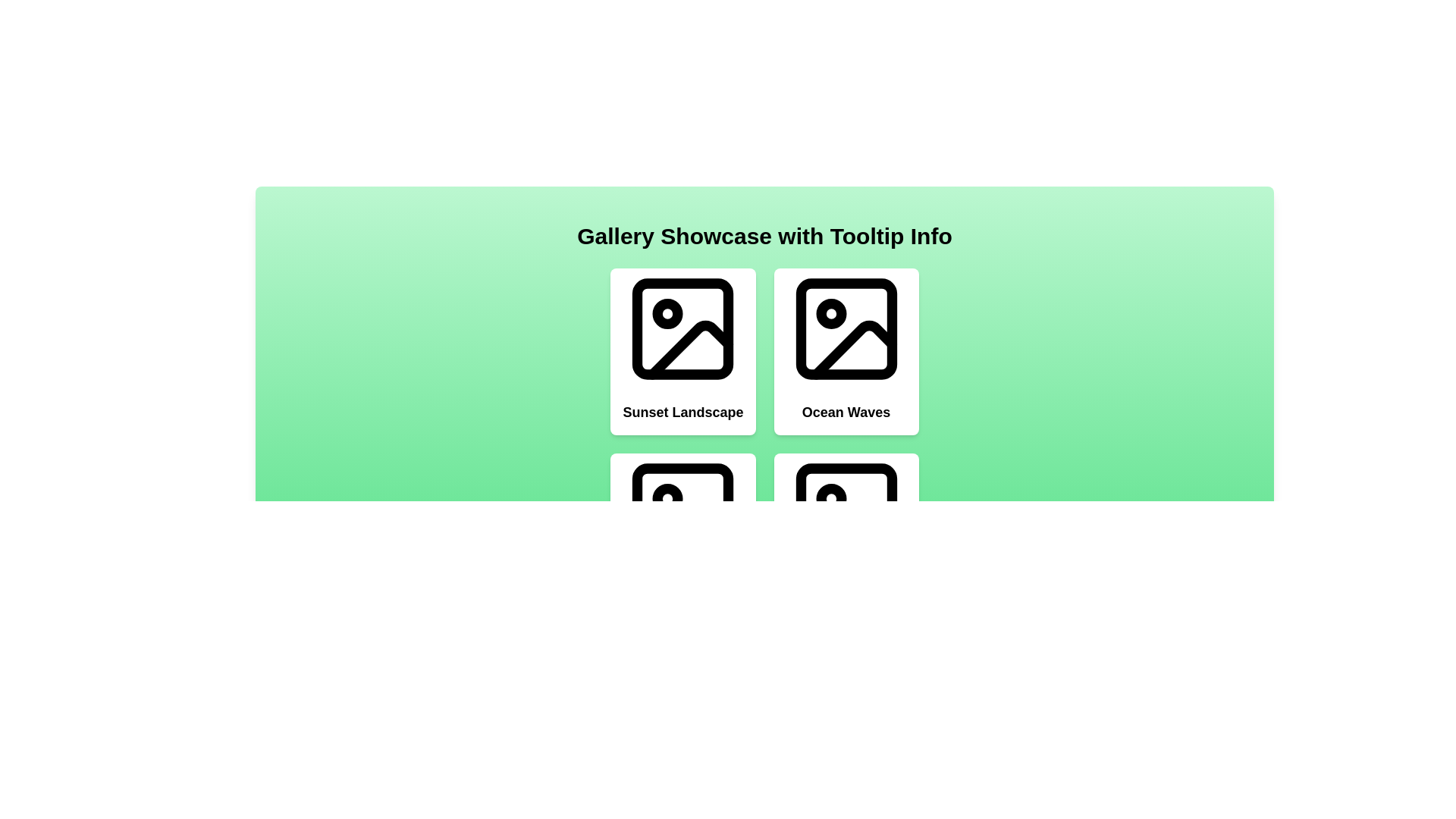  What do you see at coordinates (846, 351) in the screenshot?
I see `the 'Ocean Waves' display card` at bounding box center [846, 351].